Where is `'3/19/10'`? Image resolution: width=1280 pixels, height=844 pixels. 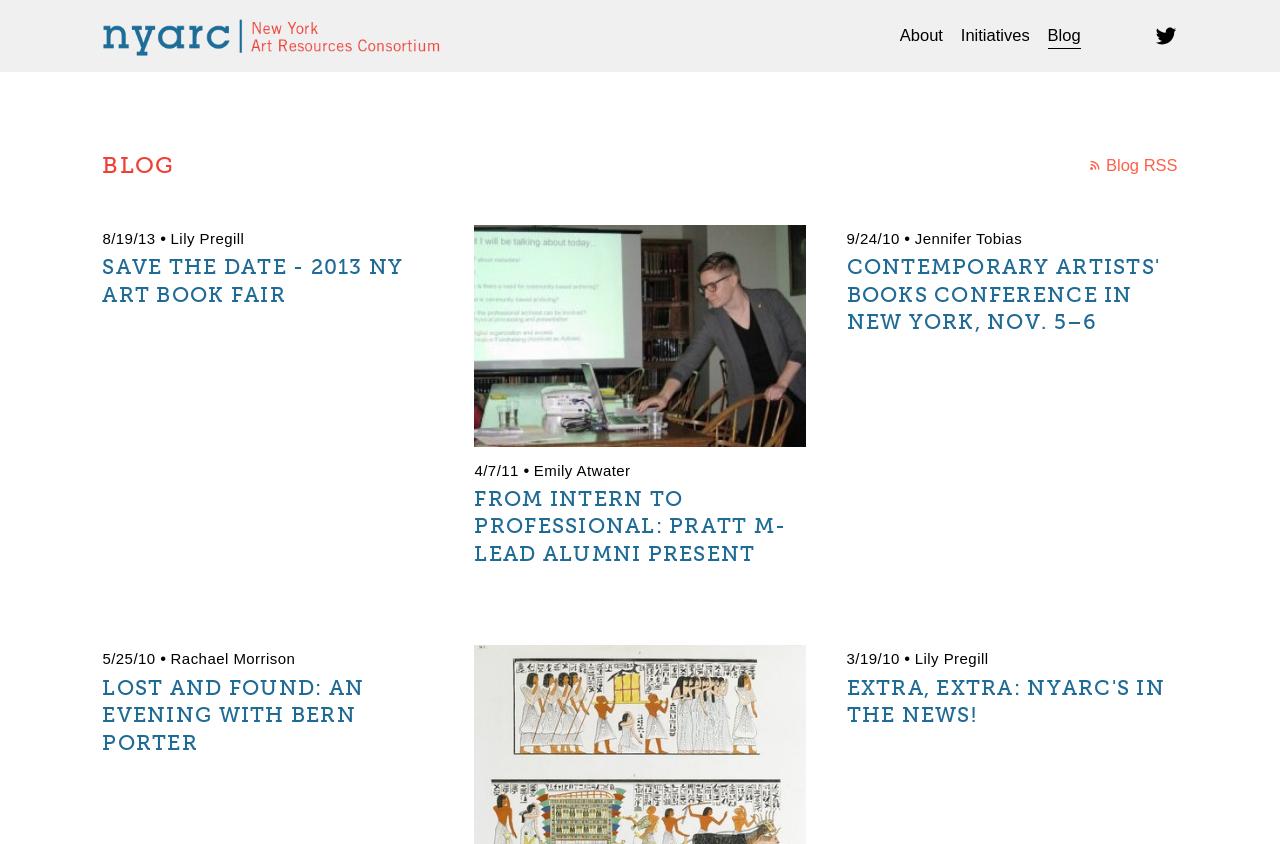
'3/19/10' is located at coordinates (872, 657).